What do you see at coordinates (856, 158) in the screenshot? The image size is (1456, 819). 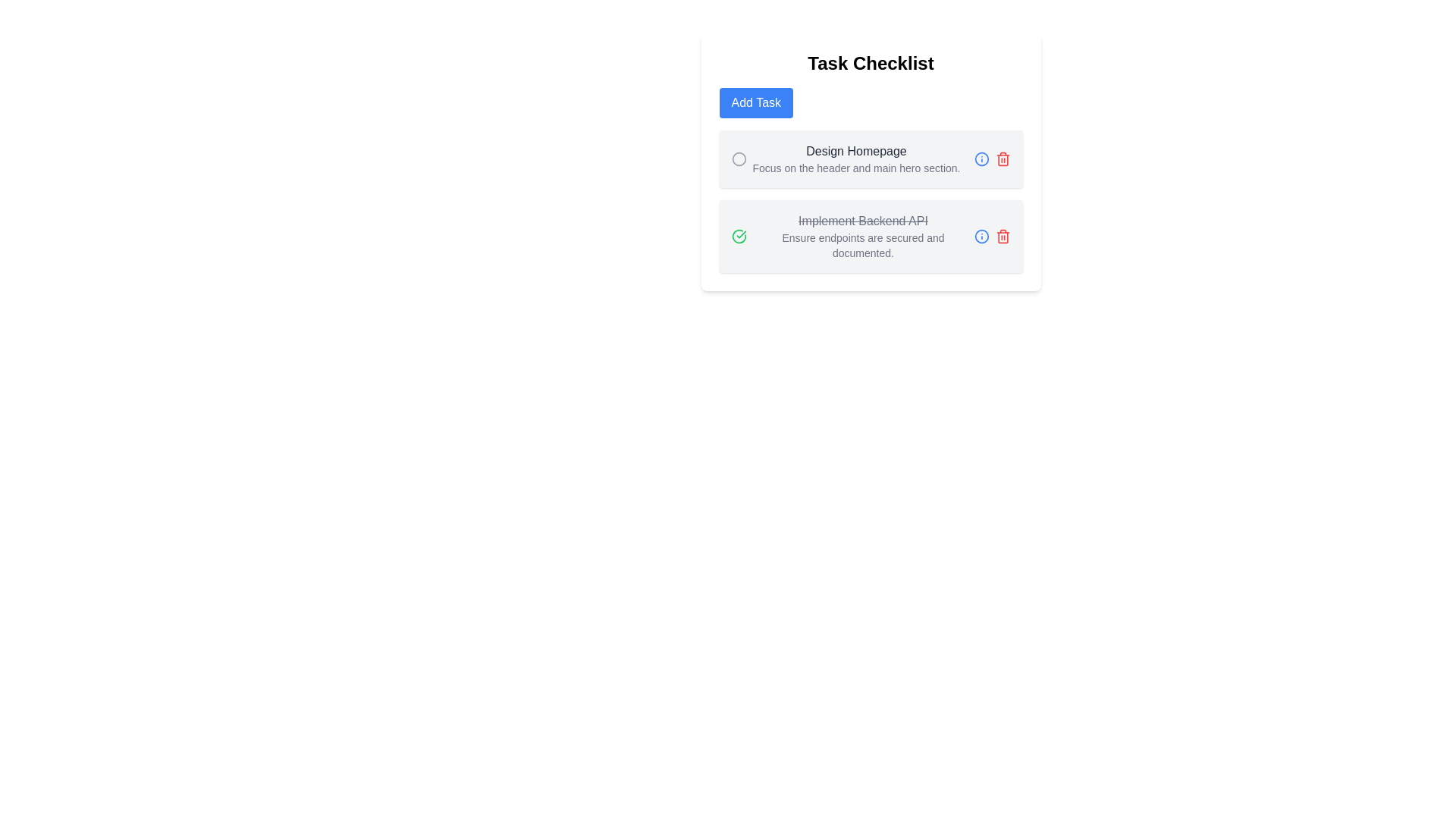 I see `the Text block with title and description located under the 'Task Checklist' heading, positioned directly below the 'Add Task' button` at bounding box center [856, 158].